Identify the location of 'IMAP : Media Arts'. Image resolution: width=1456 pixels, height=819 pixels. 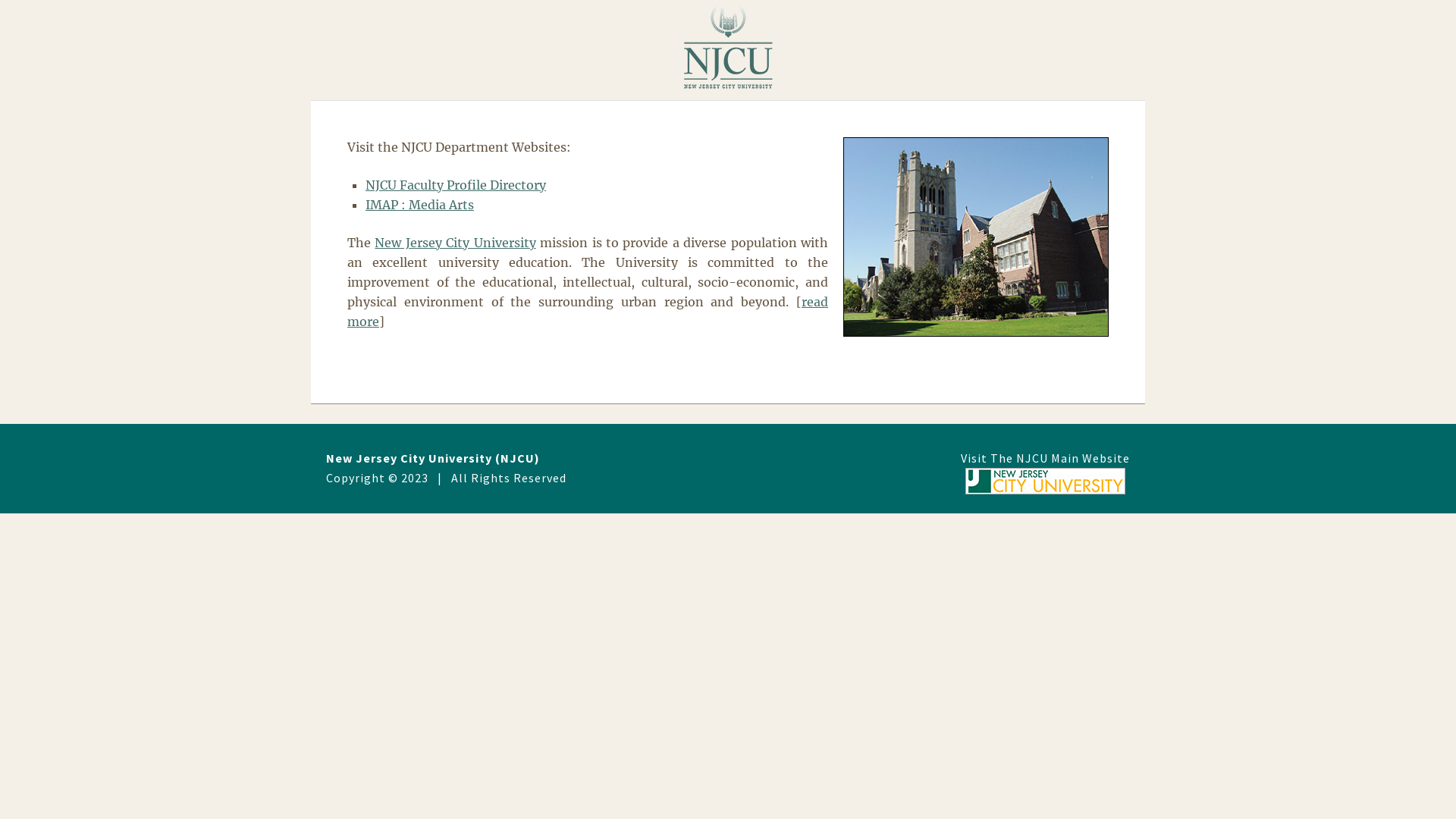
(419, 205).